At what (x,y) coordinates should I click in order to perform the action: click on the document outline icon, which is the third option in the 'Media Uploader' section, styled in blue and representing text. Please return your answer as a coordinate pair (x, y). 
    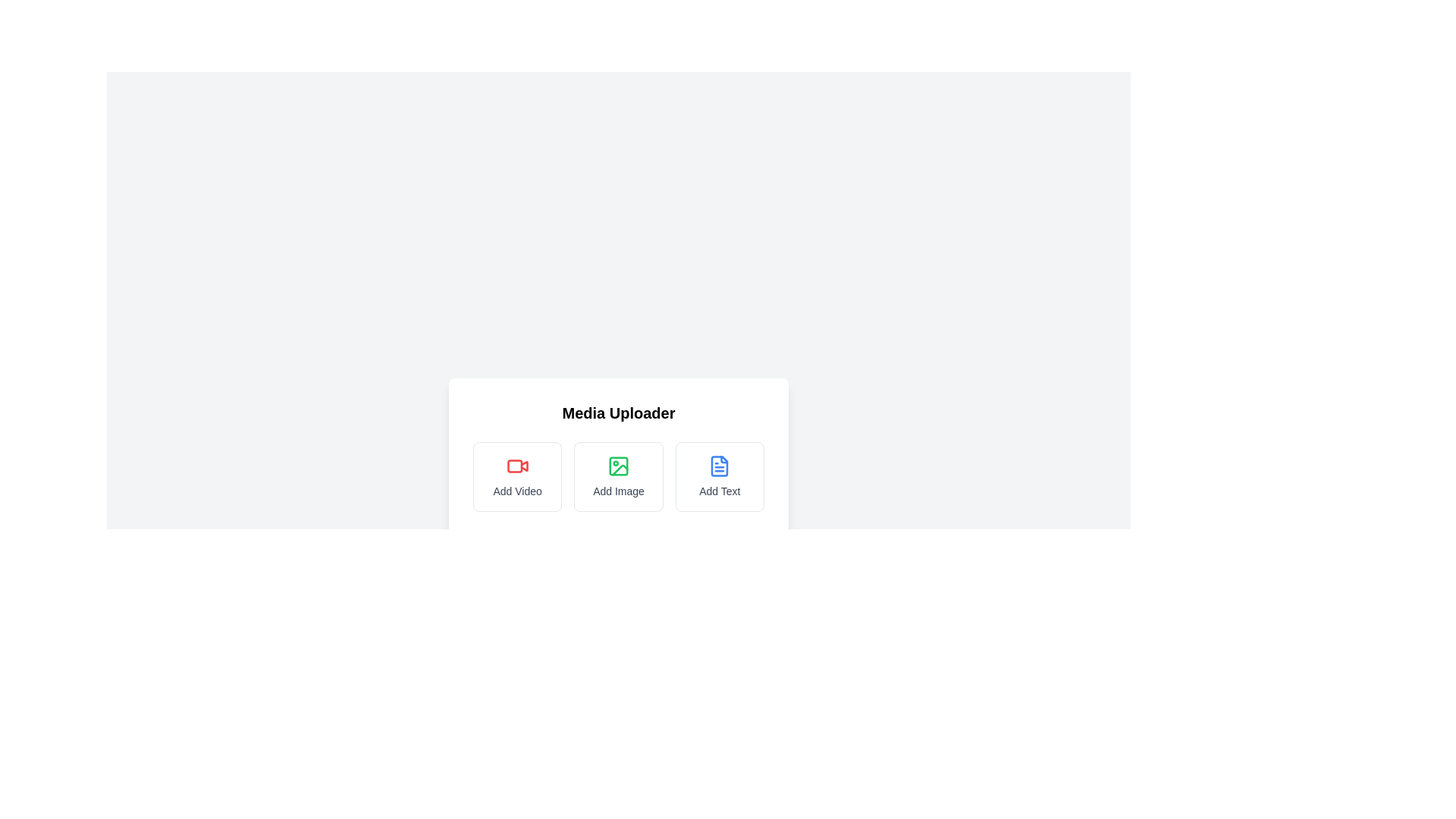
    Looking at the image, I should click on (719, 465).